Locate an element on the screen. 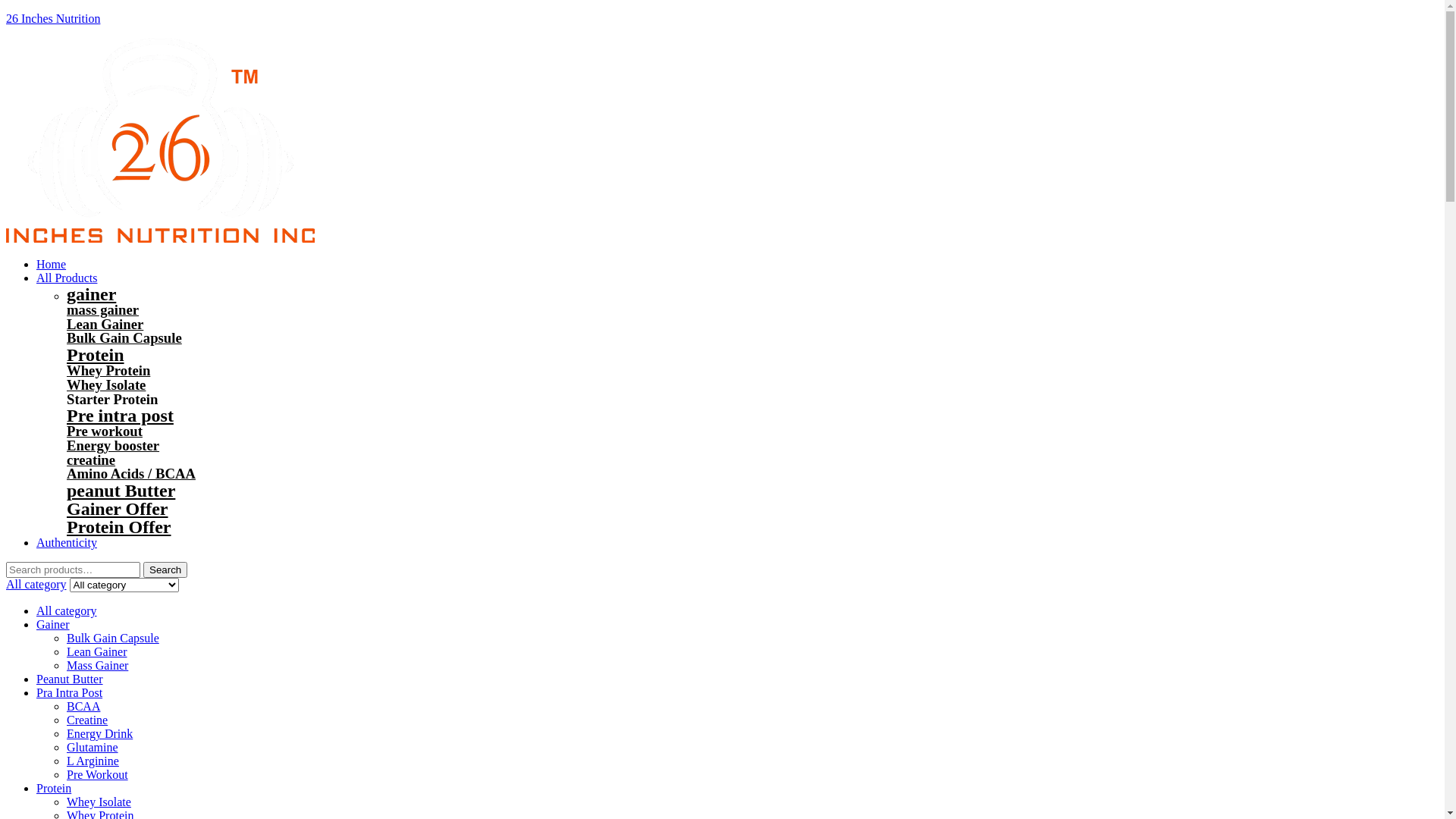 Image resolution: width=1456 pixels, height=819 pixels. 'Authenticity' is located at coordinates (65, 541).